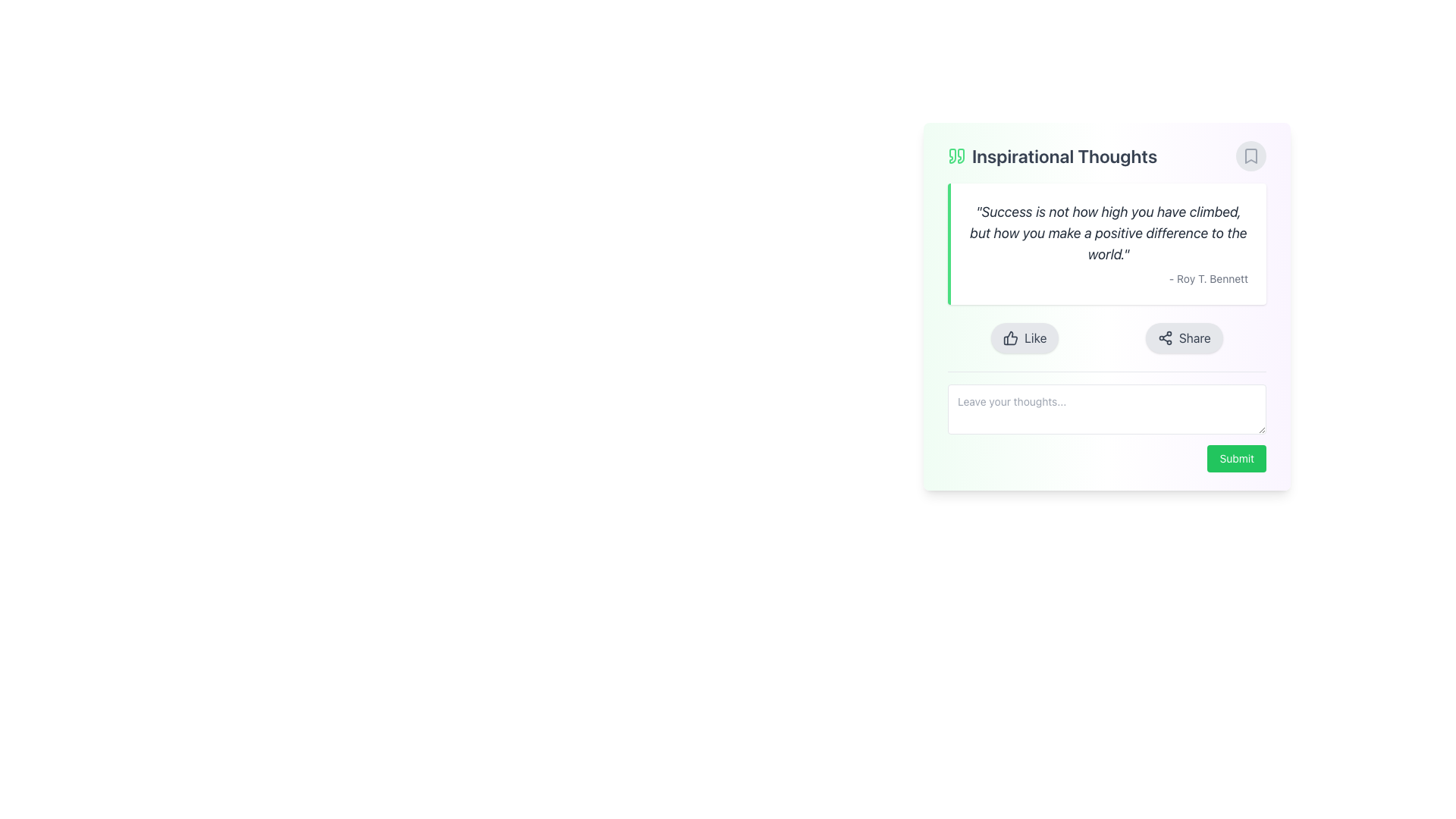 This screenshot has height=819, width=1456. What do you see at coordinates (956, 155) in the screenshot?
I see `the green quotation marks SVG icon located to the left of the title 'Inspirational Thoughts'` at bounding box center [956, 155].